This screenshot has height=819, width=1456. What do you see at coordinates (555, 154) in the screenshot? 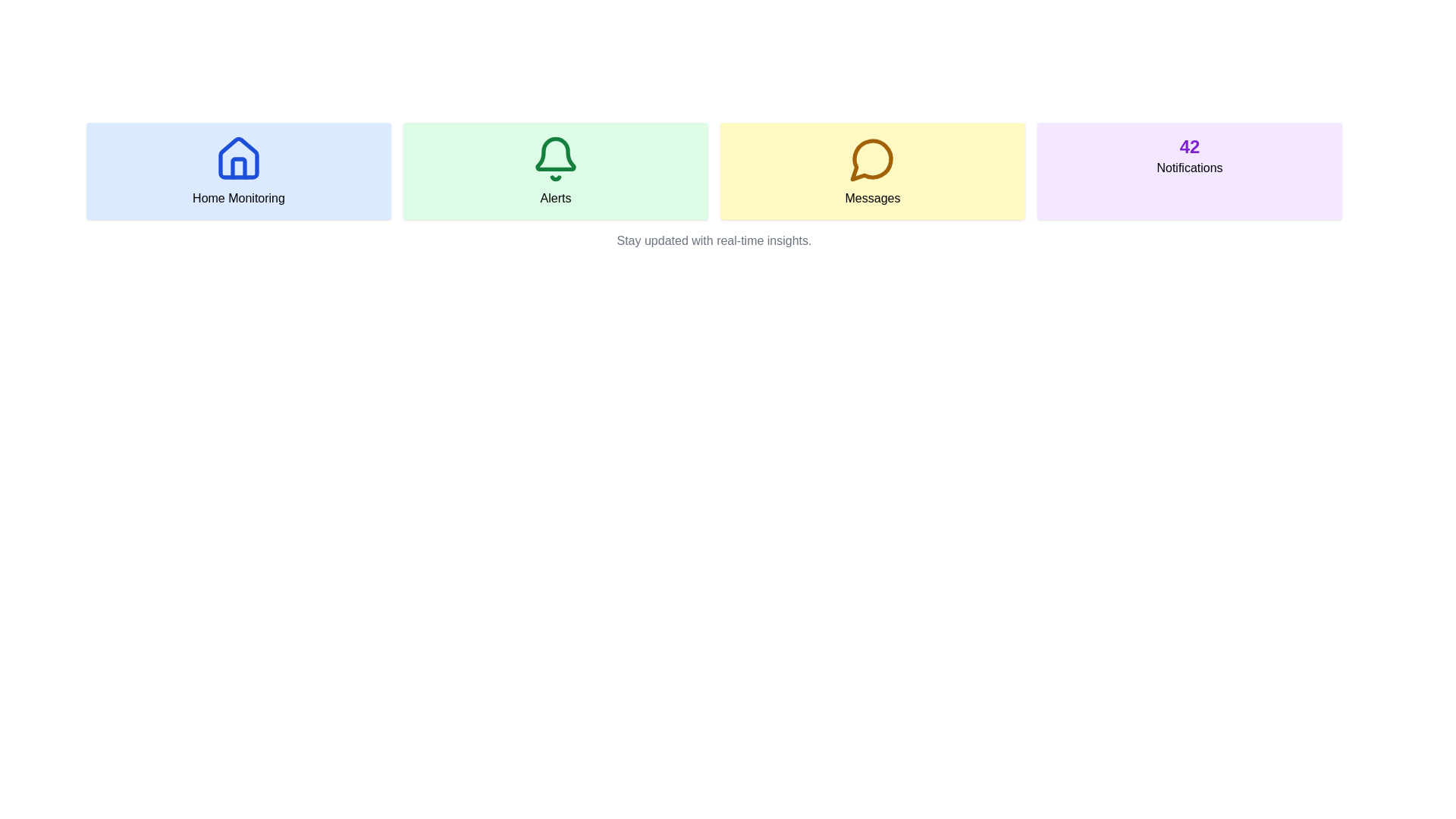
I see `the upper half of the bell icon in the 'Alerts' section, which visually represents notifications` at bounding box center [555, 154].